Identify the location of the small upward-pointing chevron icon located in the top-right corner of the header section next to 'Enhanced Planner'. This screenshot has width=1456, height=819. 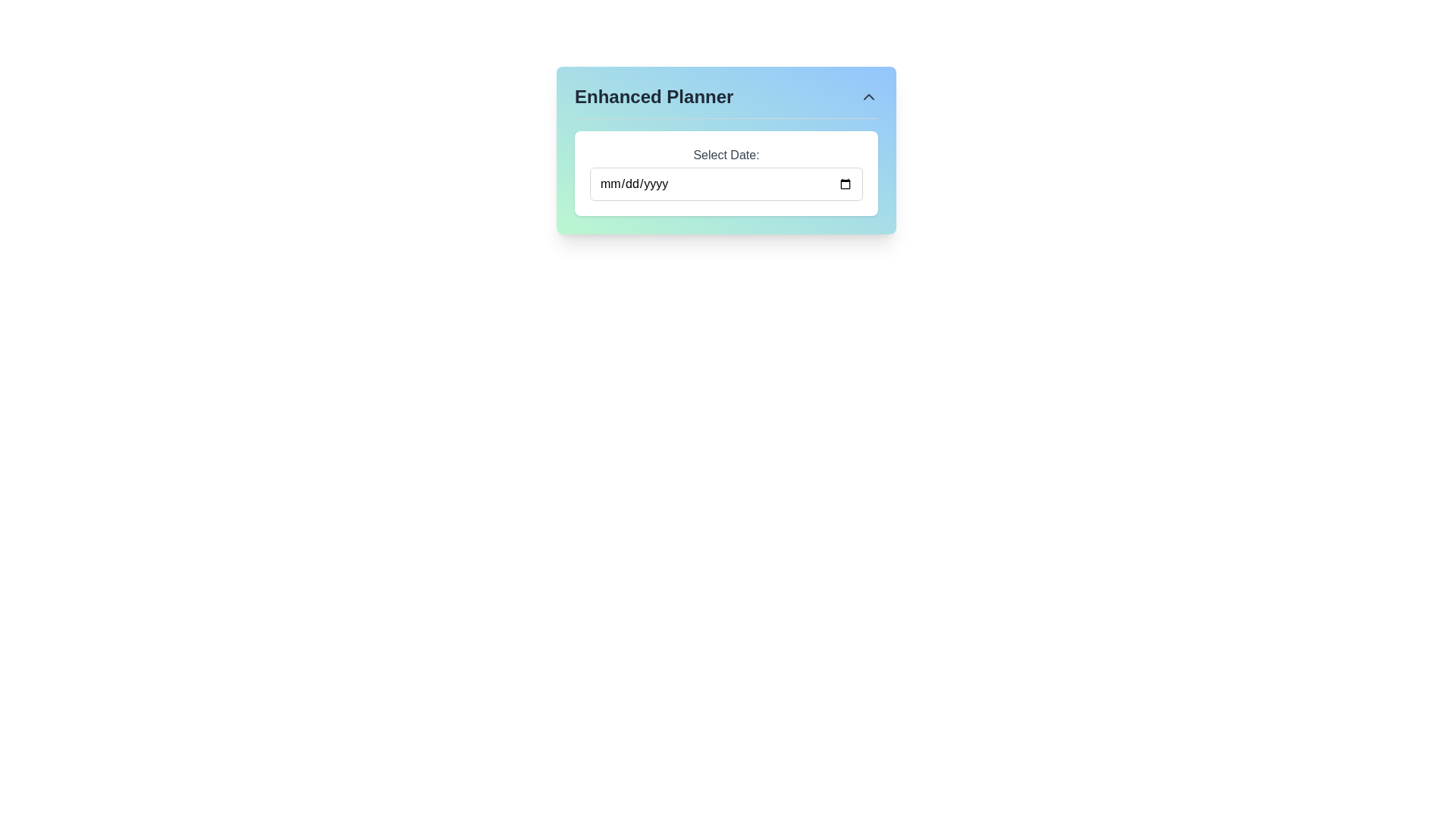
(869, 96).